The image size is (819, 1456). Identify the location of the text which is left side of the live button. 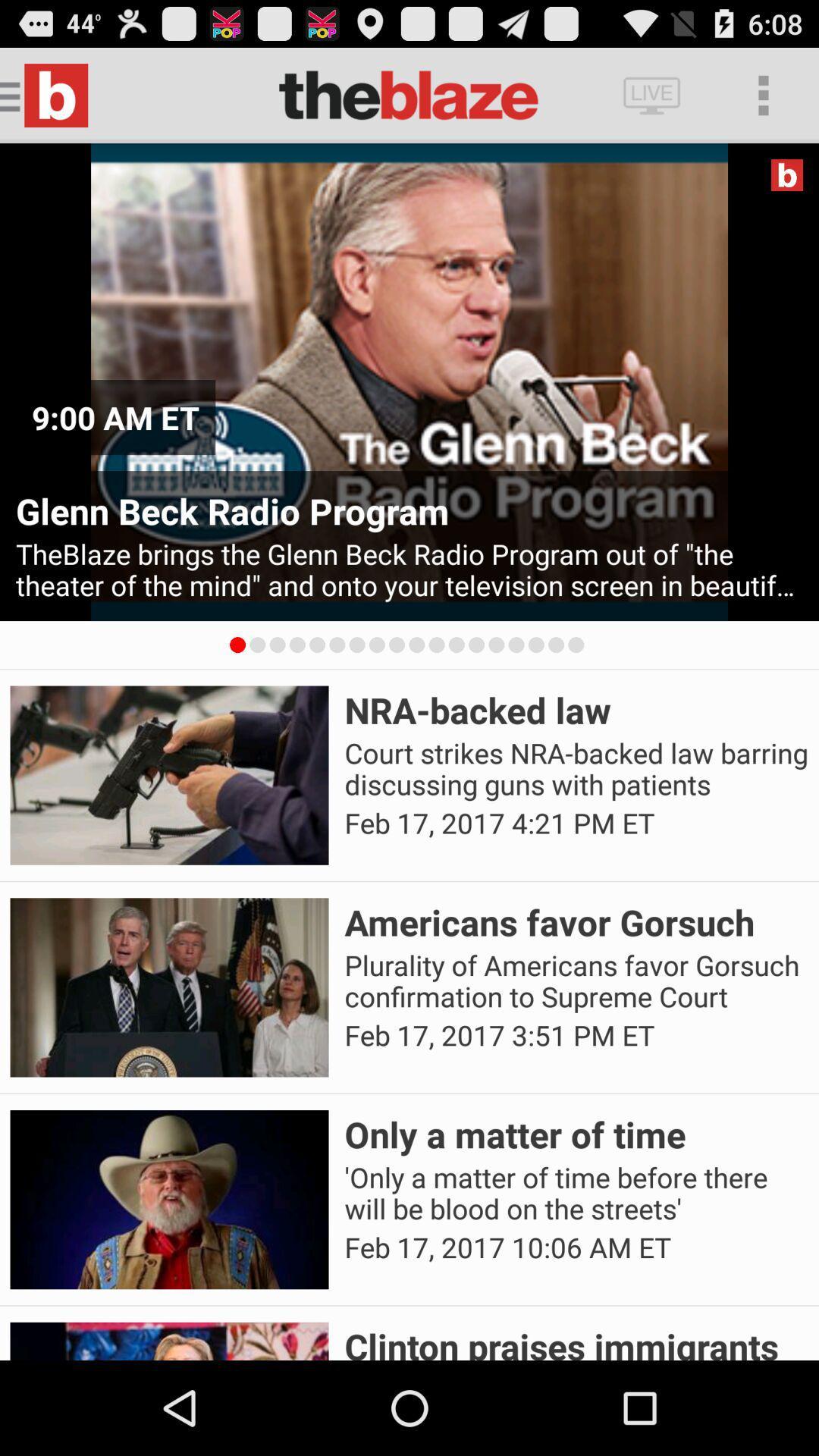
(408, 94).